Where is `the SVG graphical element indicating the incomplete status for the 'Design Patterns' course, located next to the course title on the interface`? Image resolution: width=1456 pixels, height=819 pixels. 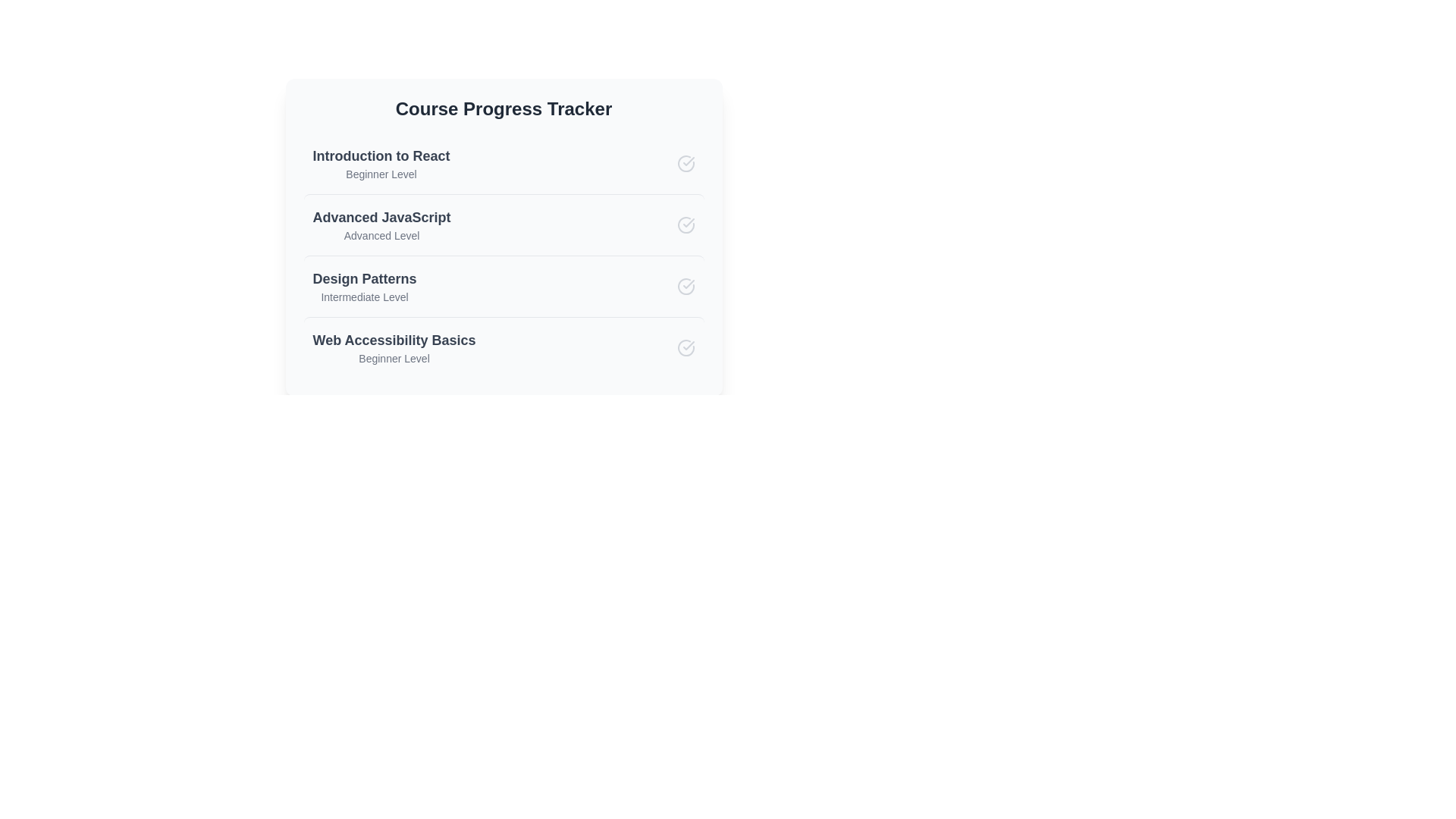 the SVG graphical element indicating the incomplete status for the 'Design Patterns' course, located next to the course title on the interface is located at coordinates (685, 287).